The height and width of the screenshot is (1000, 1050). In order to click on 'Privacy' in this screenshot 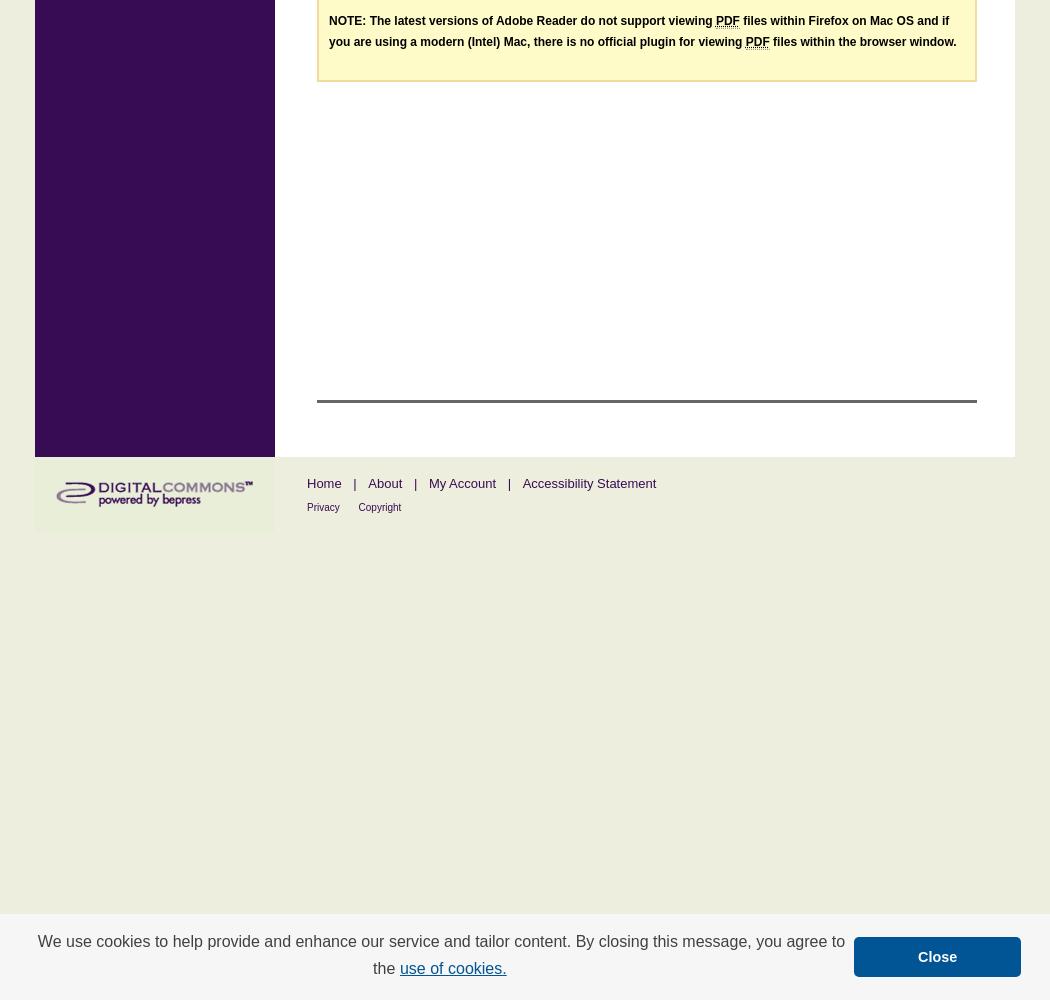, I will do `click(307, 507)`.